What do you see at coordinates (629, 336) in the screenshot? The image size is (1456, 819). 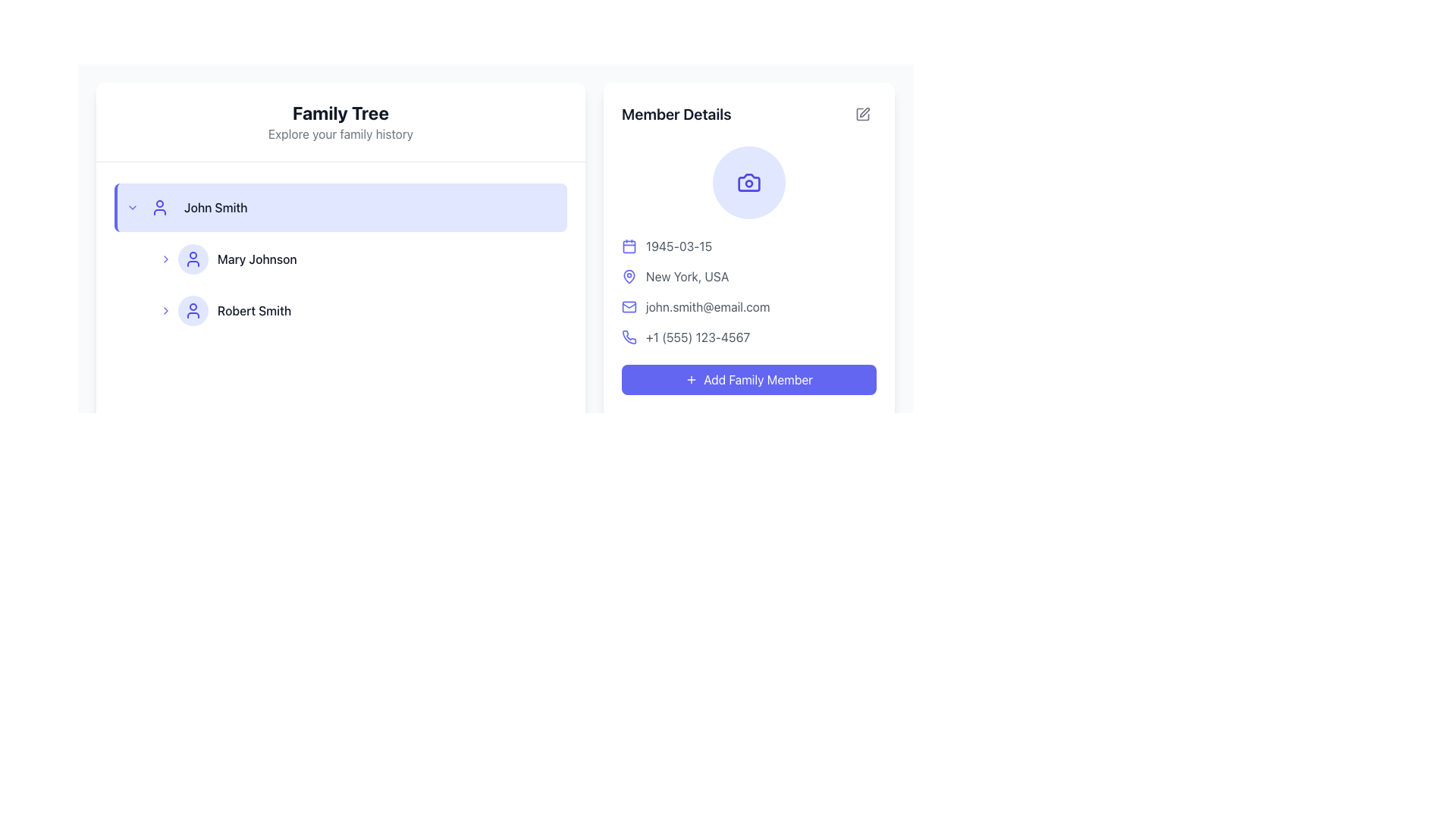 I see `the phone details icon located in the 'Member Details' section, which is positioned to the left of the phone number '+1 (555) 123-4567'` at bounding box center [629, 336].